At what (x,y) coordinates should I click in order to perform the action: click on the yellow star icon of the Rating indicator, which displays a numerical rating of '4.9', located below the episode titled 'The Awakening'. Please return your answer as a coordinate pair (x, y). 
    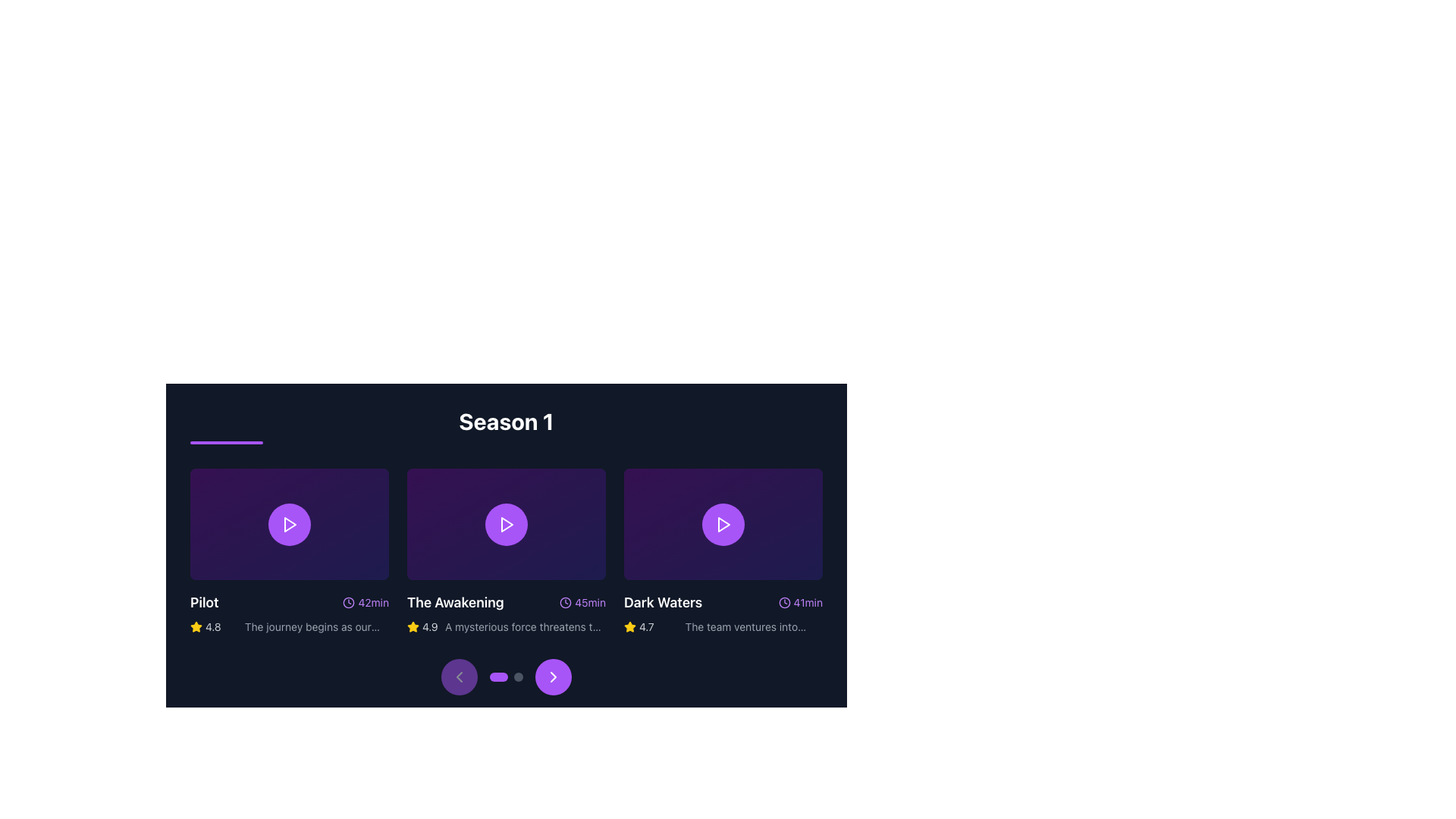
    Looking at the image, I should click on (422, 627).